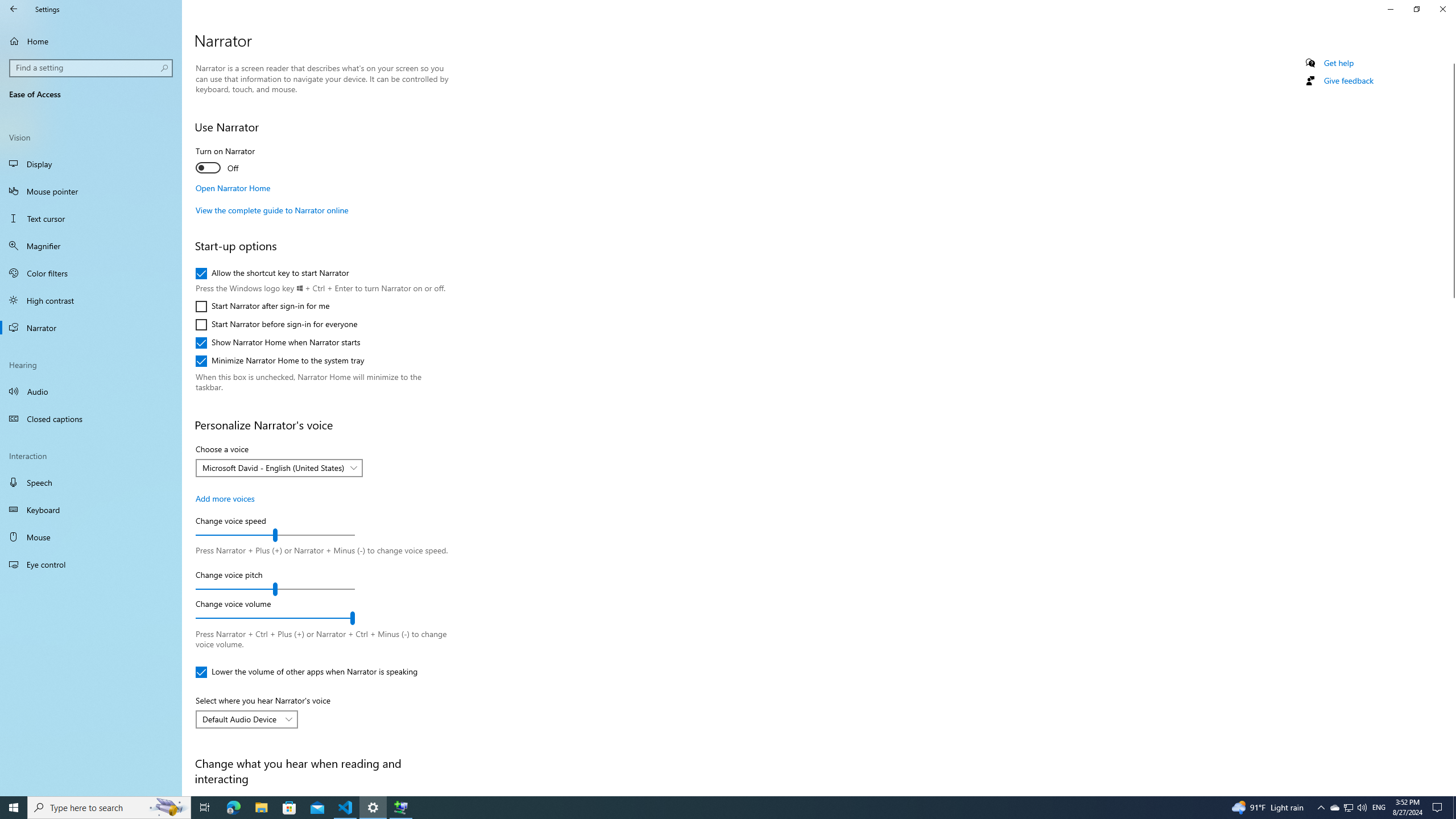 The width and height of the screenshot is (1456, 819). I want to click on 'File Explorer', so click(260, 806).